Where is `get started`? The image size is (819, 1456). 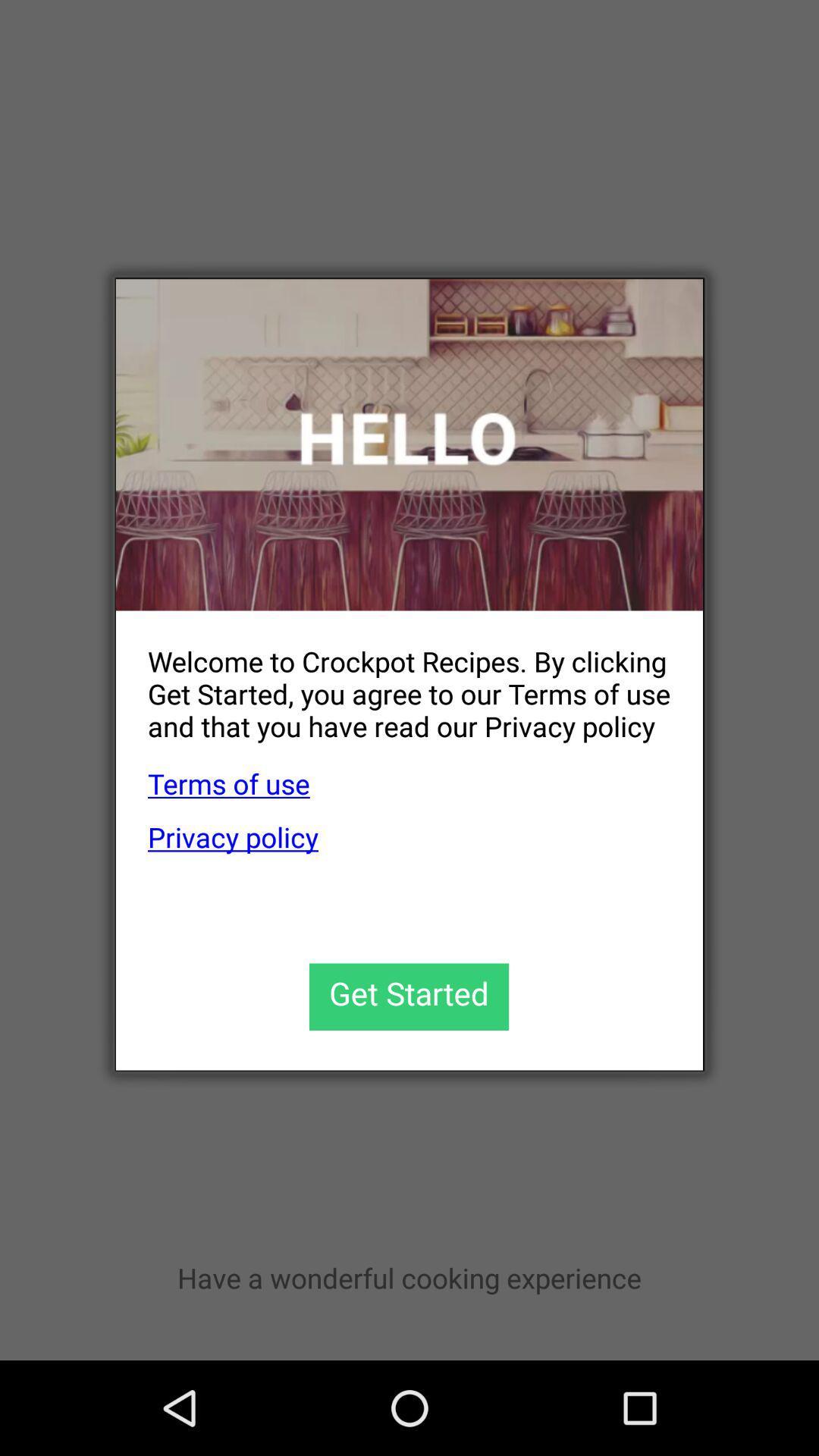 get started is located at coordinates (408, 996).